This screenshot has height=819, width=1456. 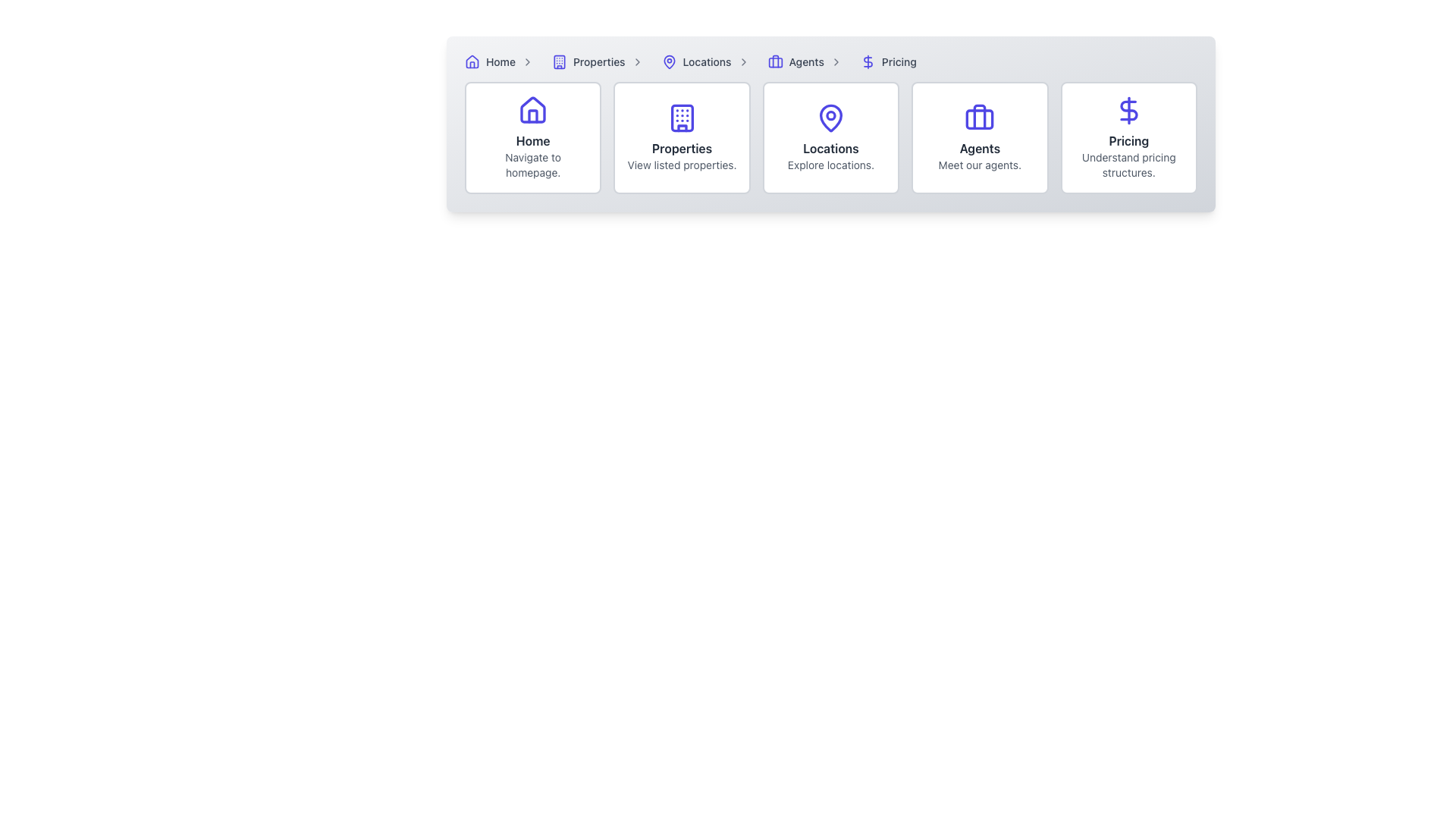 I want to click on the 'Pricing' link in the navigation bar, so click(x=899, y=61).